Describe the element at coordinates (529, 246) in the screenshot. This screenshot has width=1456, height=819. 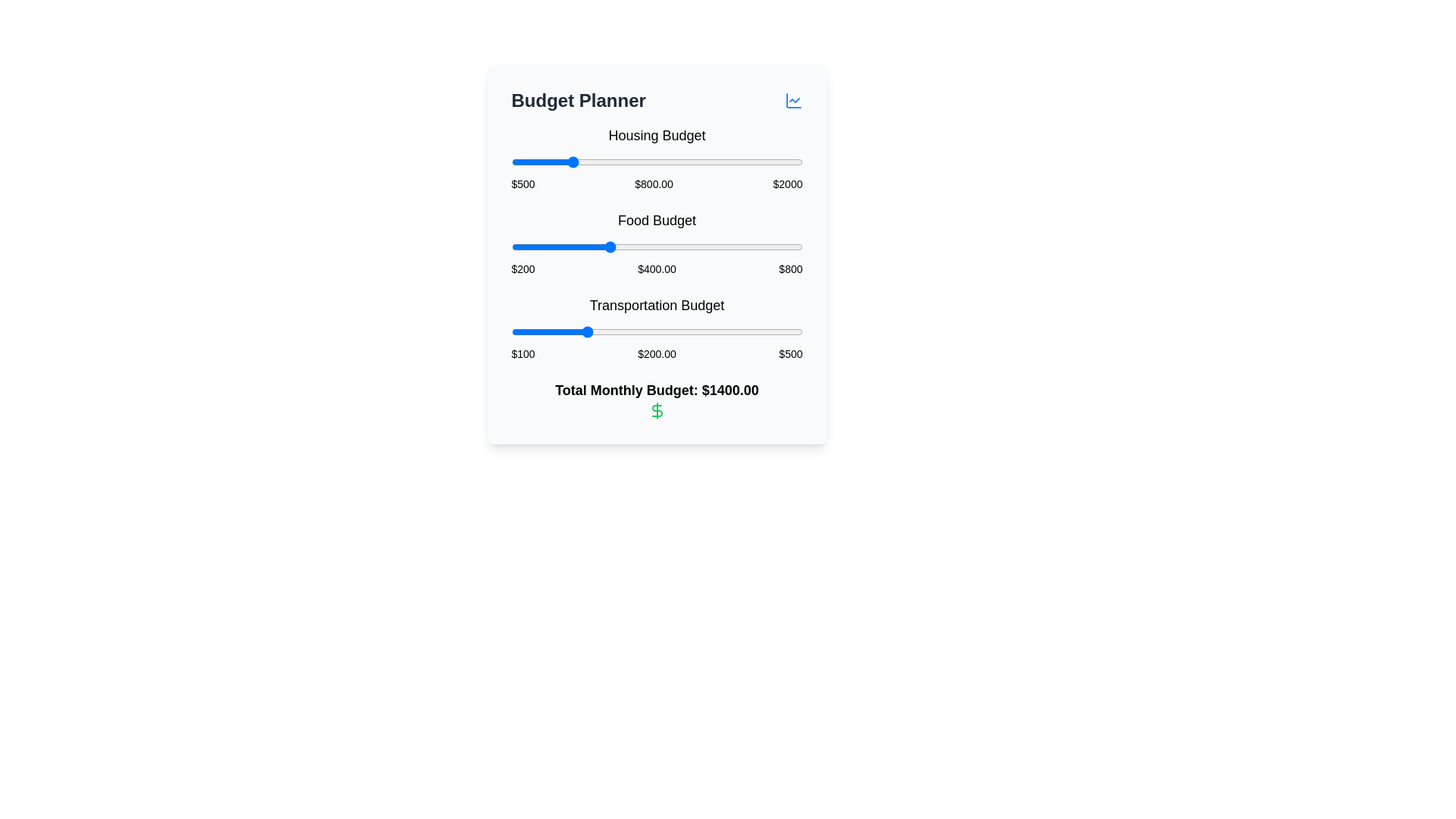
I see `the Food Budget slider` at that location.